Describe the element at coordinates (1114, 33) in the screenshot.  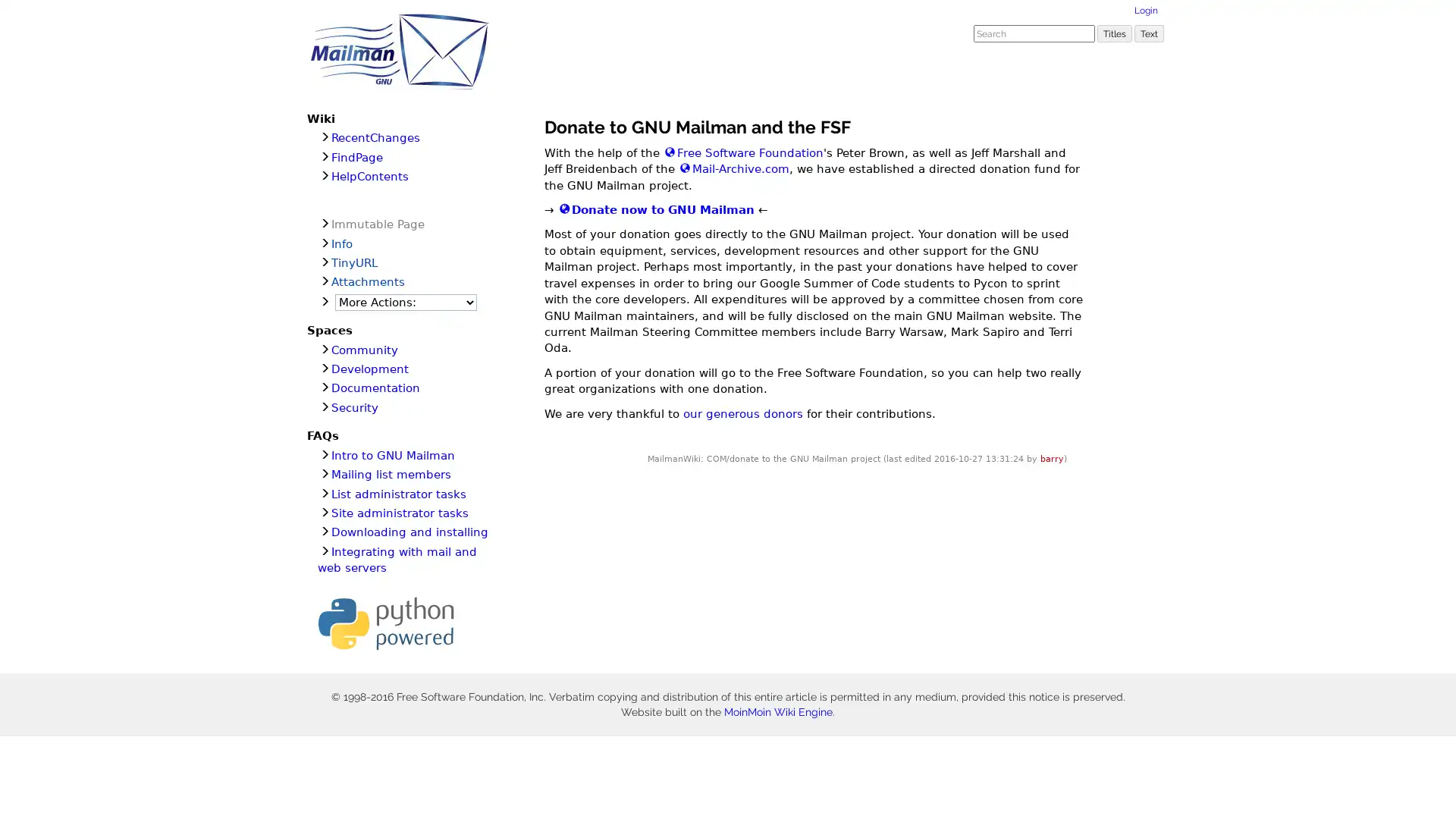
I see `Titles` at that location.